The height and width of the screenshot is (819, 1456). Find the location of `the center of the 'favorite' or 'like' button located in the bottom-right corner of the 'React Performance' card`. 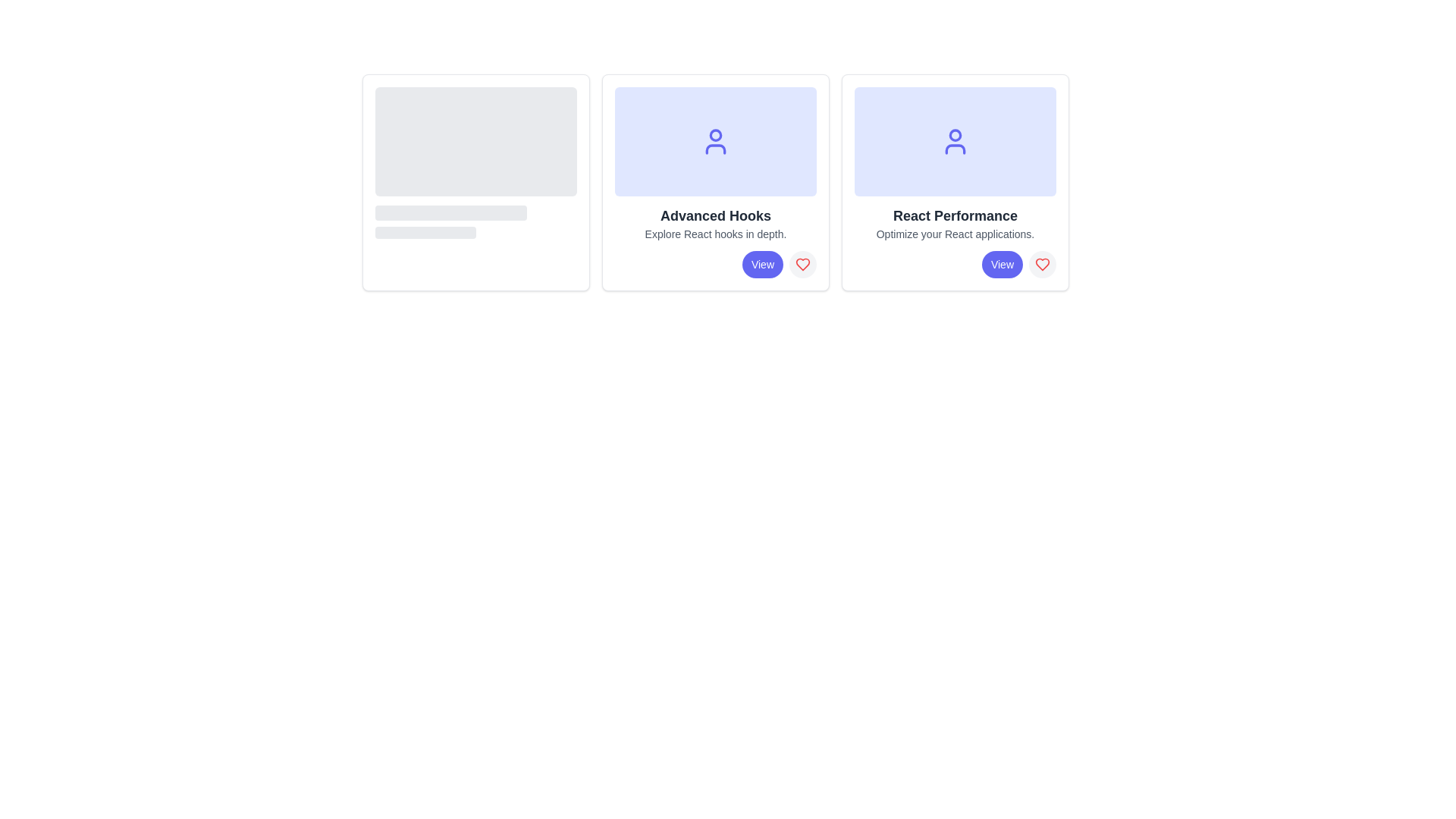

the center of the 'favorite' or 'like' button located in the bottom-right corner of the 'React Performance' card is located at coordinates (1041, 263).